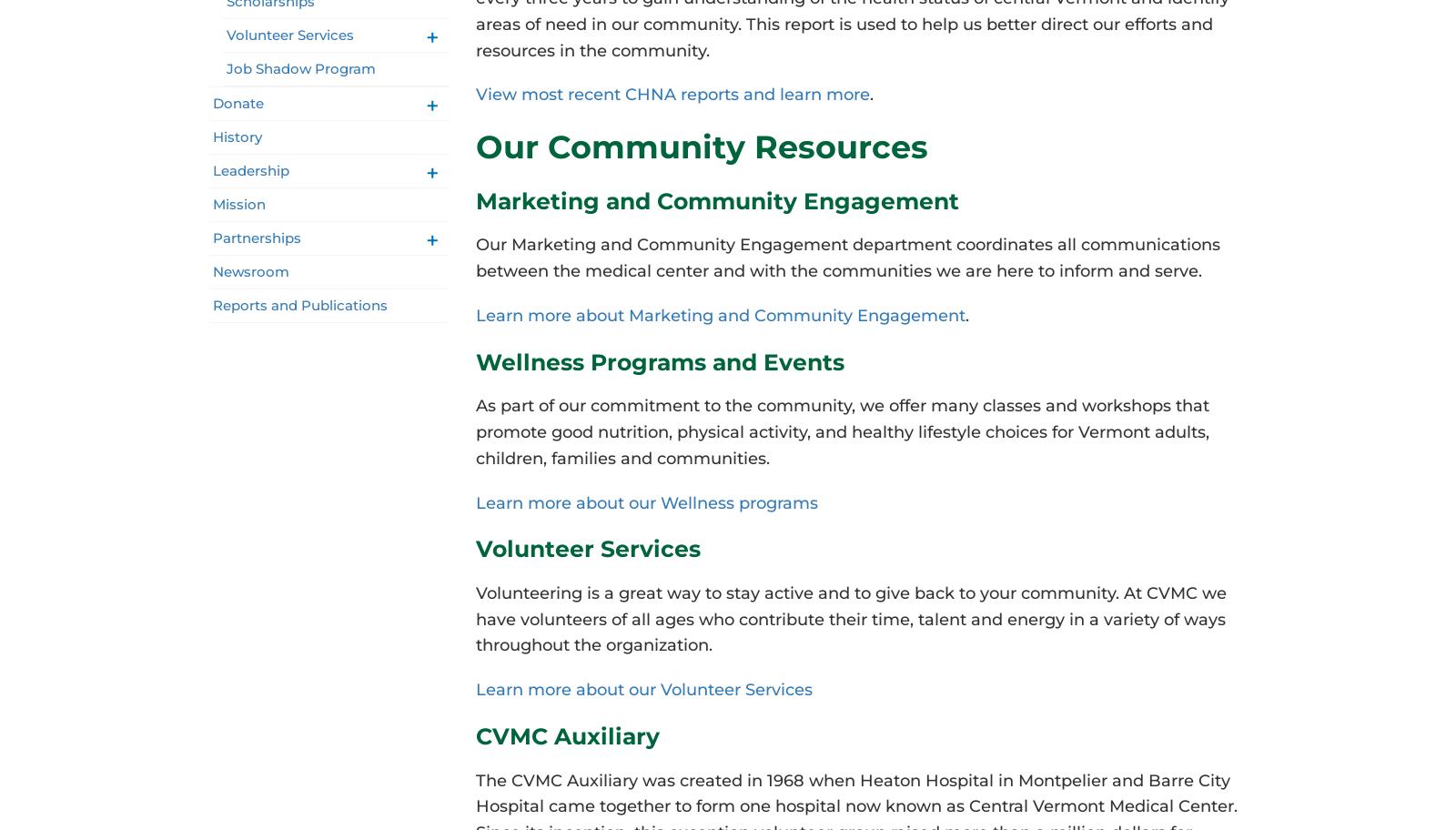 This screenshot has height=830, width=1456. What do you see at coordinates (257, 237) in the screenshot?
I see `'Partnerships'` at bounding box center [257, 237].